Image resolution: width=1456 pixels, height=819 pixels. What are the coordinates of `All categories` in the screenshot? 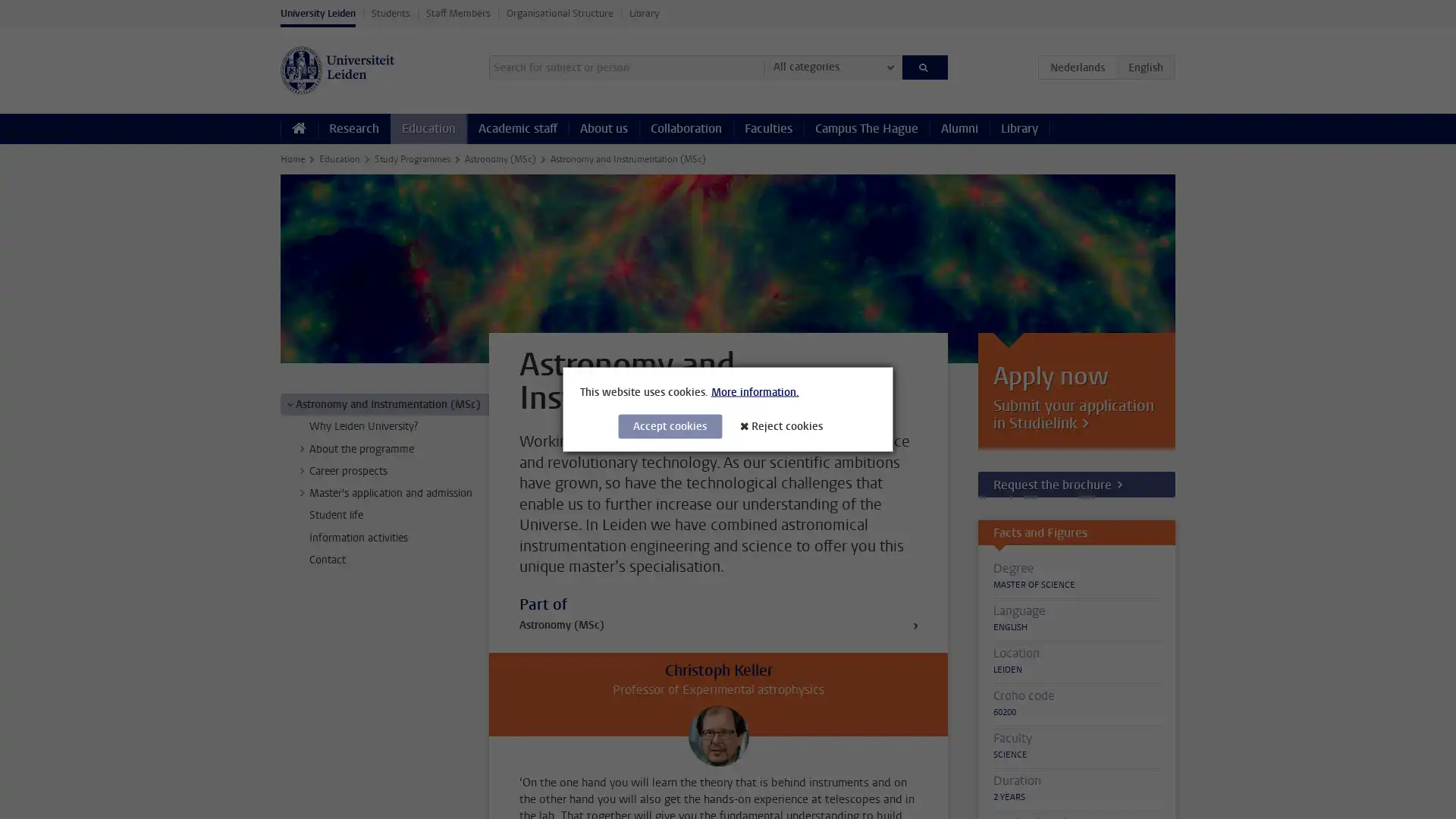 It's located at (832, 66).